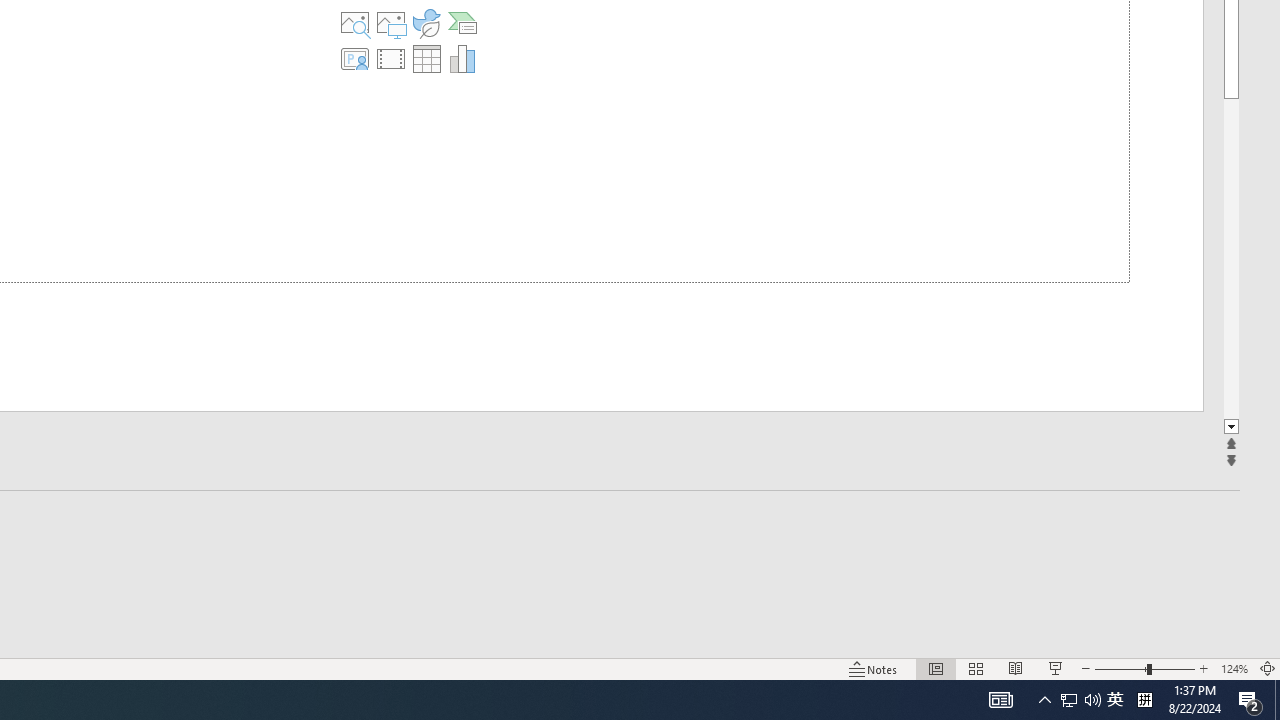 Image resolution: width=1280 pixels, height=720 pixels. Describe the element at coordinates (1233, 669) in the screenshot. I see `'Zoom 124%'` at that location.